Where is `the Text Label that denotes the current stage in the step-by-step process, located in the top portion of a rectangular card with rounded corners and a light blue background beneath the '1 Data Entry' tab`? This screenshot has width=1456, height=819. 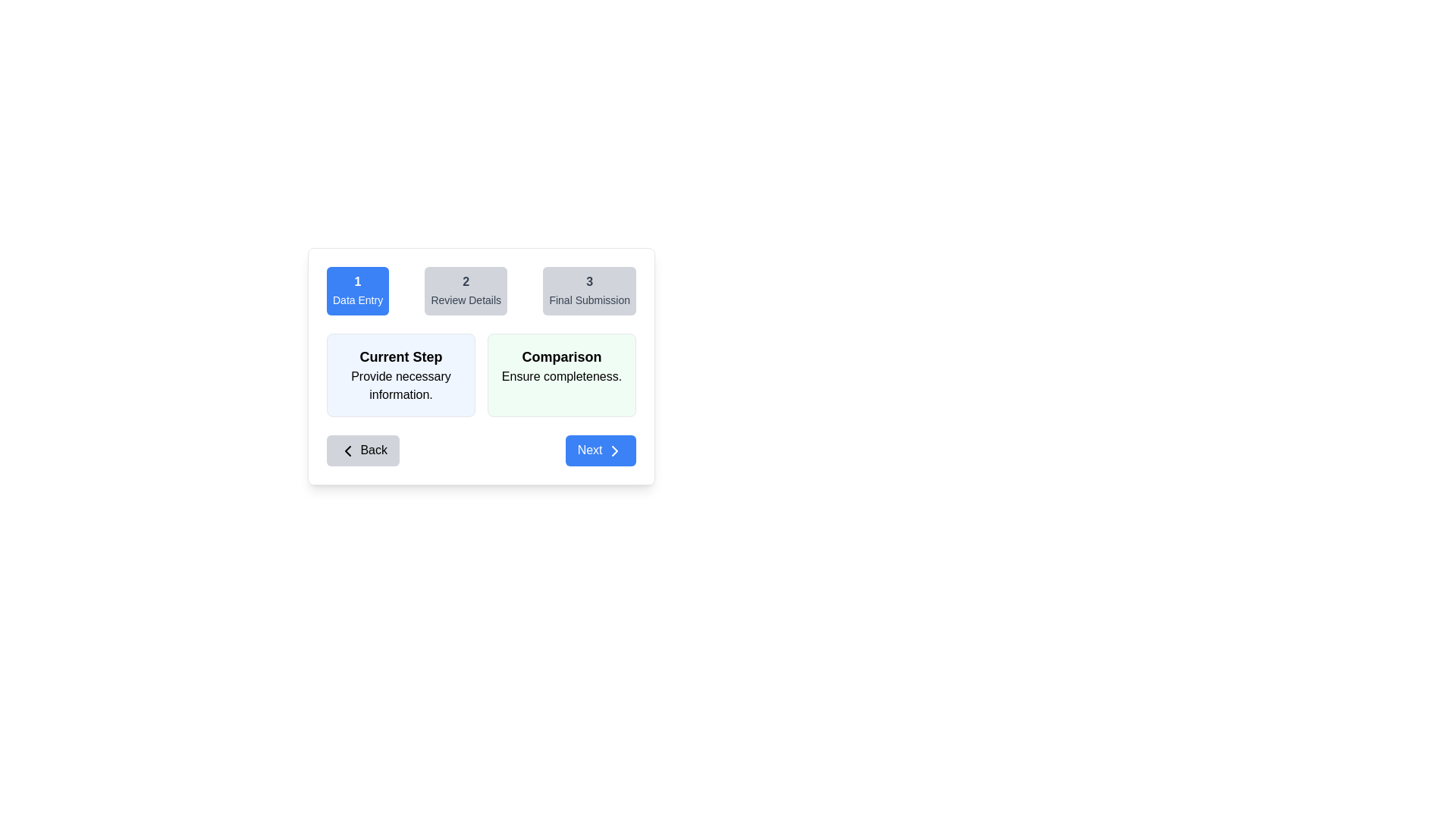 the Text Label that denotes the current stage in the step-by-step process, located in the top portion of a rectangular card with rounded corners and a light blue background beneath the '1 Data Entry' tab is located at coordinates (400, 356).